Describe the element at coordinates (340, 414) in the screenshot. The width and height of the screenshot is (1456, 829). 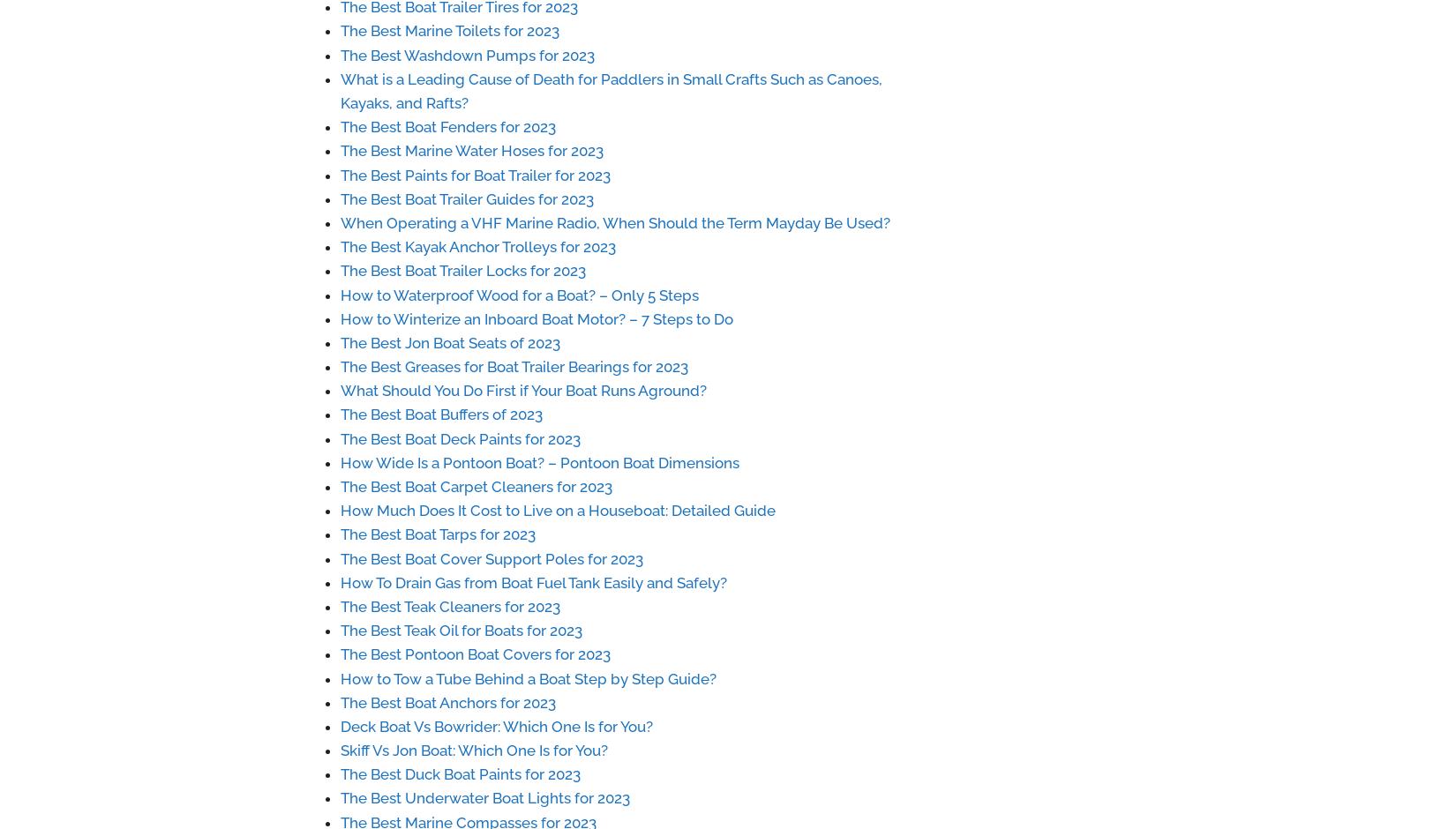
I see `'The Best Boat Buffers of 2023'` at that location.